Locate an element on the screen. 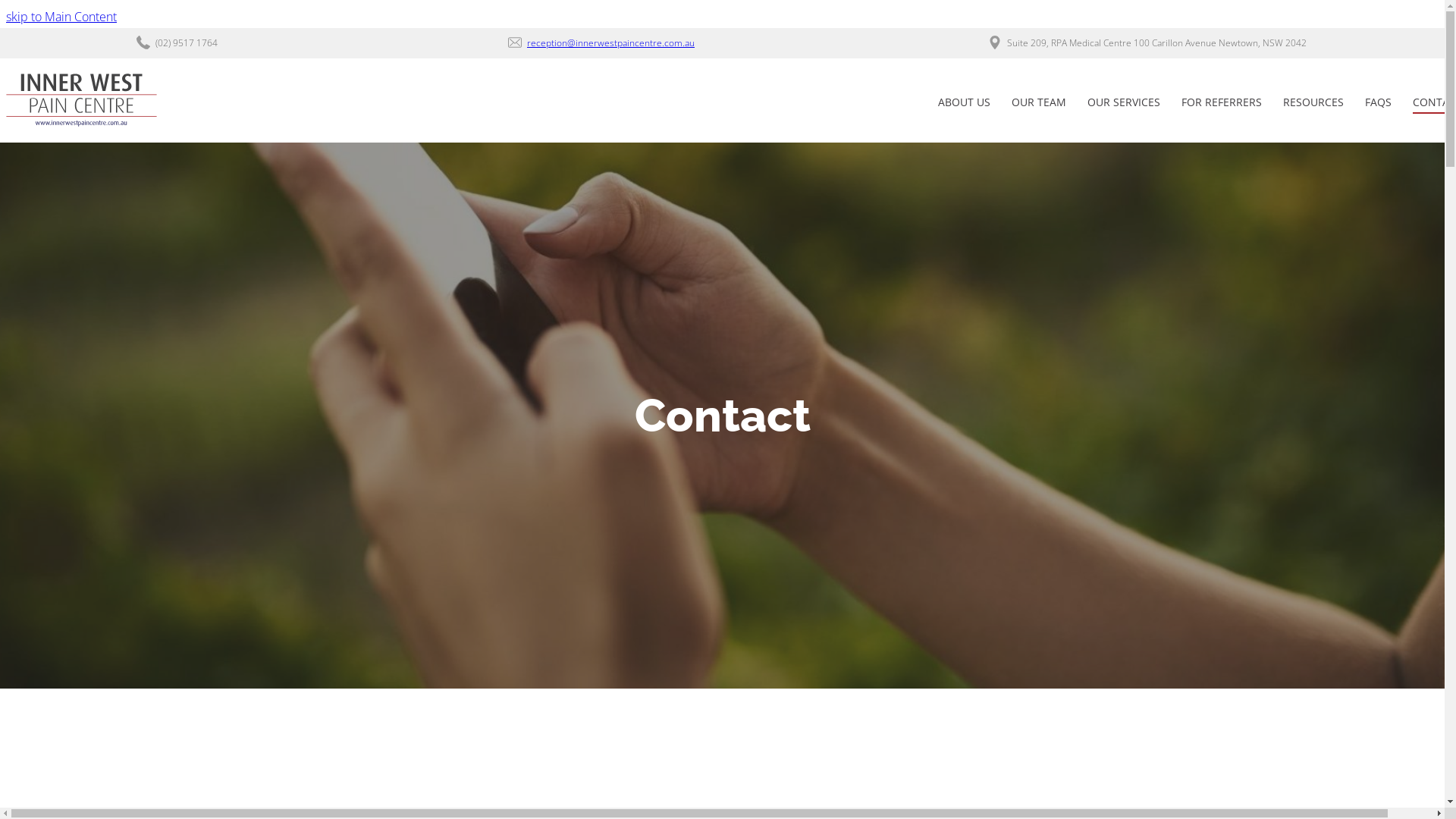  'OUR TEAM' is located at coordinates (1037, 103).